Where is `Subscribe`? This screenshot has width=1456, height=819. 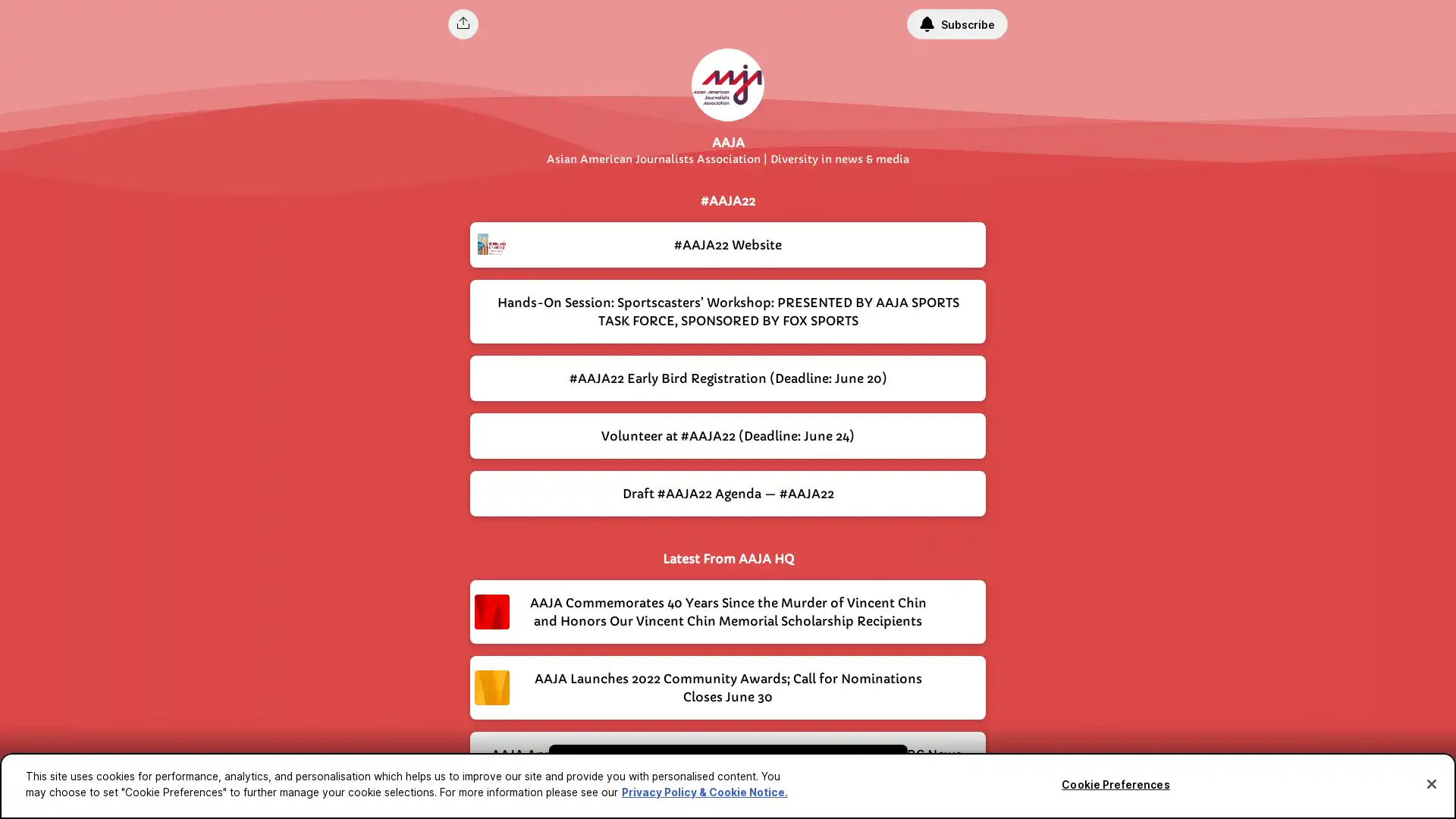 Subscribe is located at coordinates (956, 24).